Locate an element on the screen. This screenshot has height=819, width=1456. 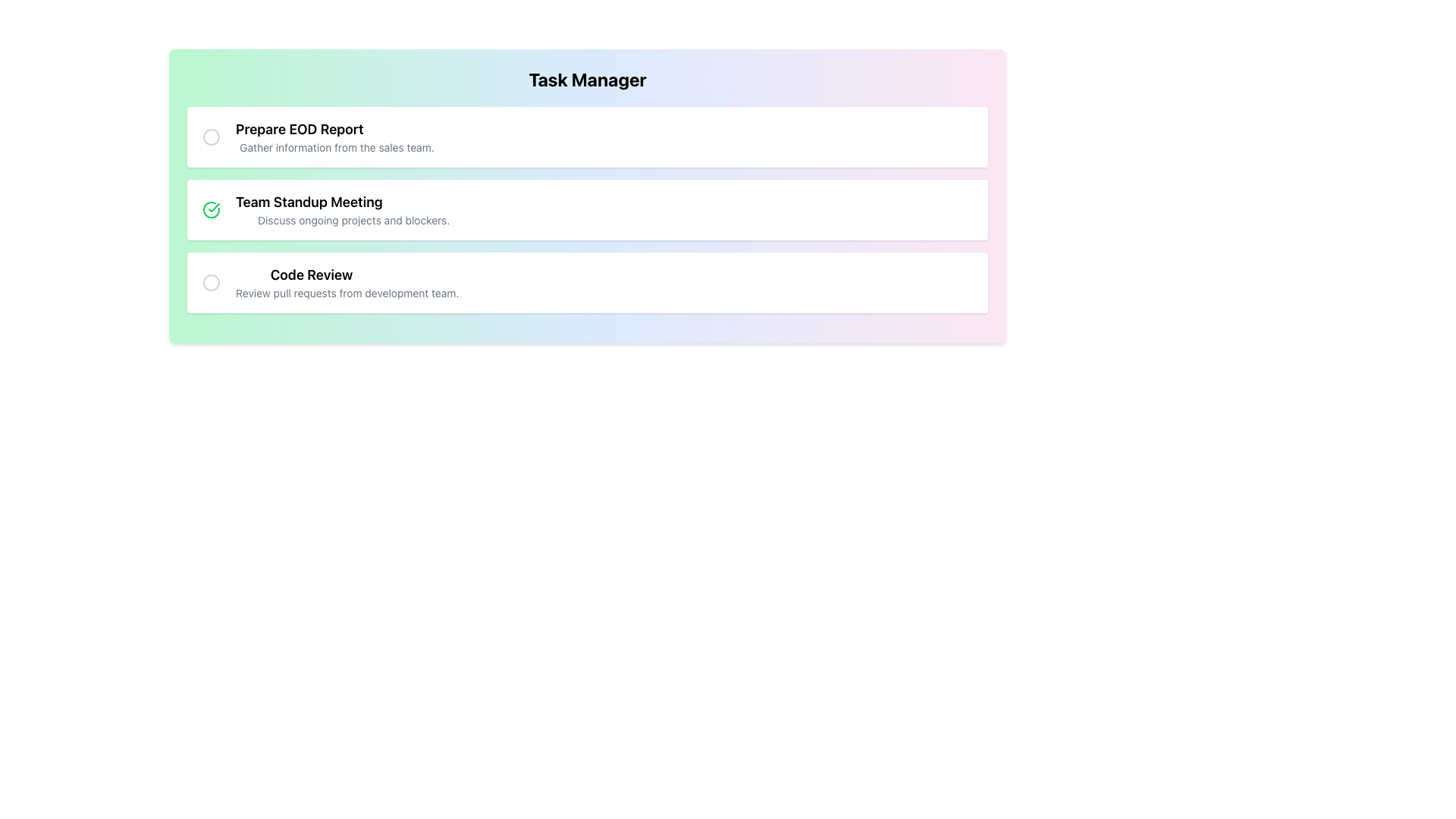
the secondary descriptive text located beneath the title 'Prepare EOD Report' within the first task item in the task management application is located at coordinates (336, 148).